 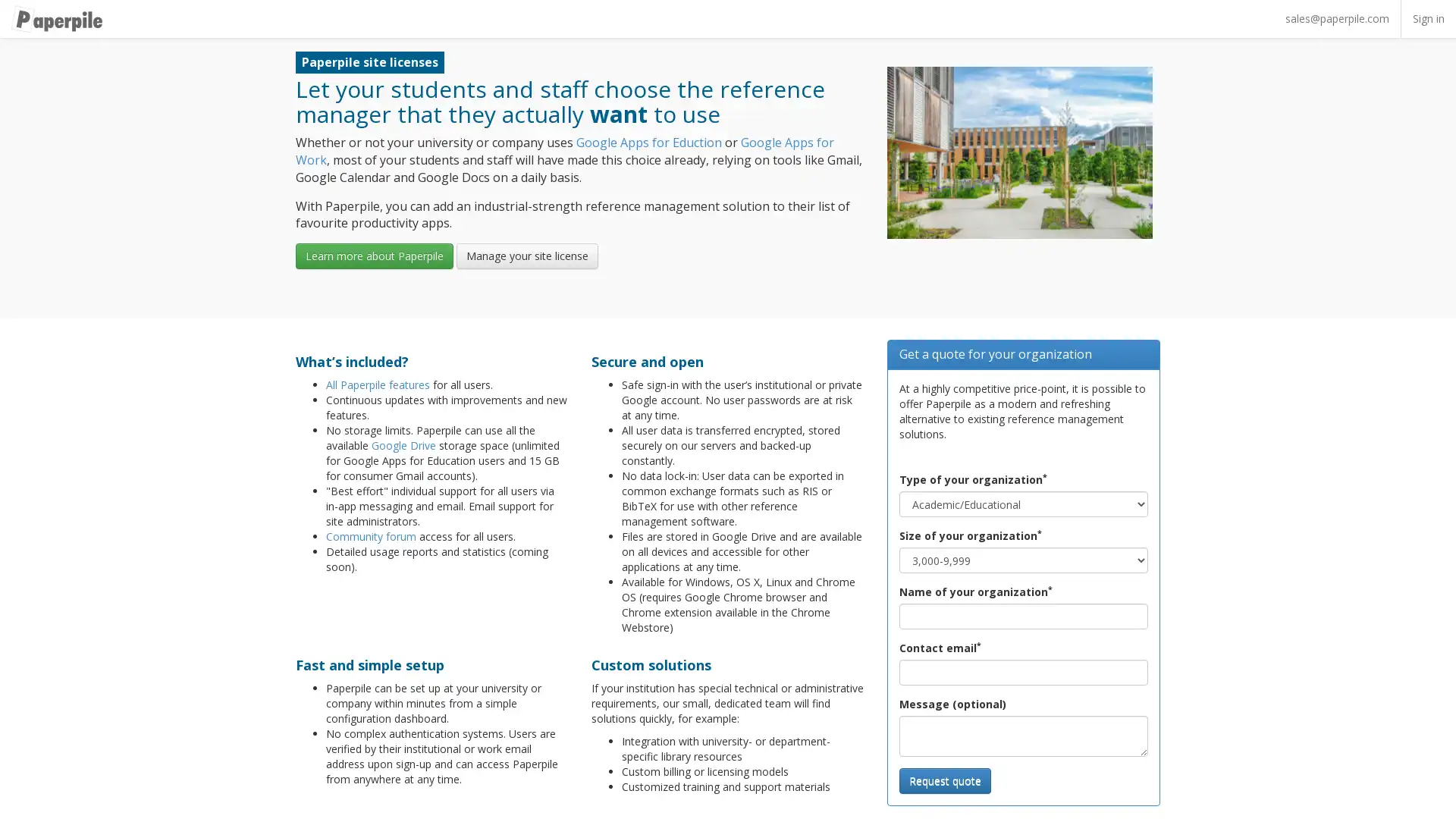 What do you see at coordinates (944, 780) in the screenshot?
I see `Request quote` at bounding box center [944, 780].